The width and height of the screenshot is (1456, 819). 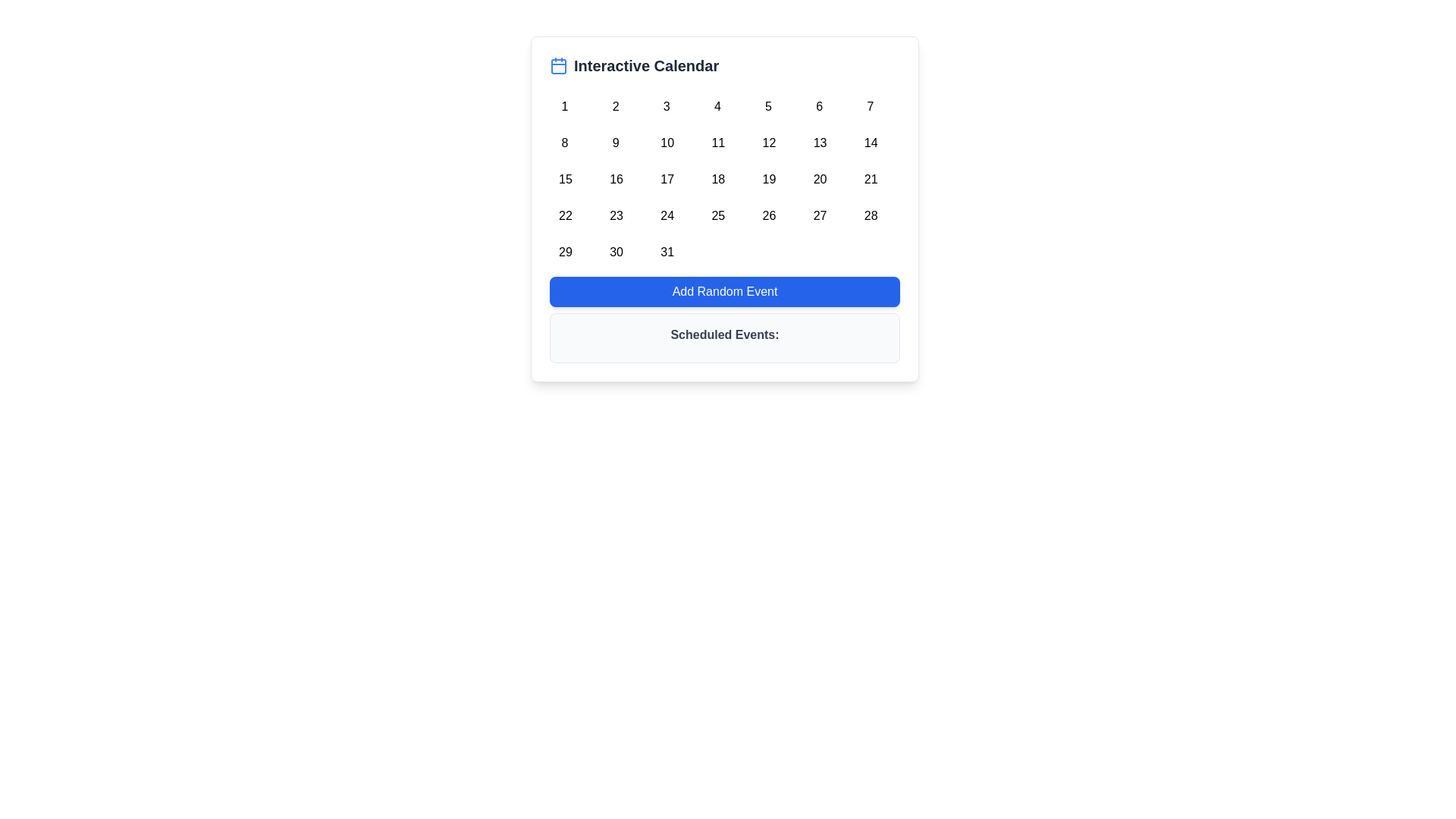 What do you see at coordinates (723, 334) in the screenshot?
I see `the Text Label that serves as a title for the section listing scheduled events, located below the 'Add Random Event' button` at bounding box center [723, 334].